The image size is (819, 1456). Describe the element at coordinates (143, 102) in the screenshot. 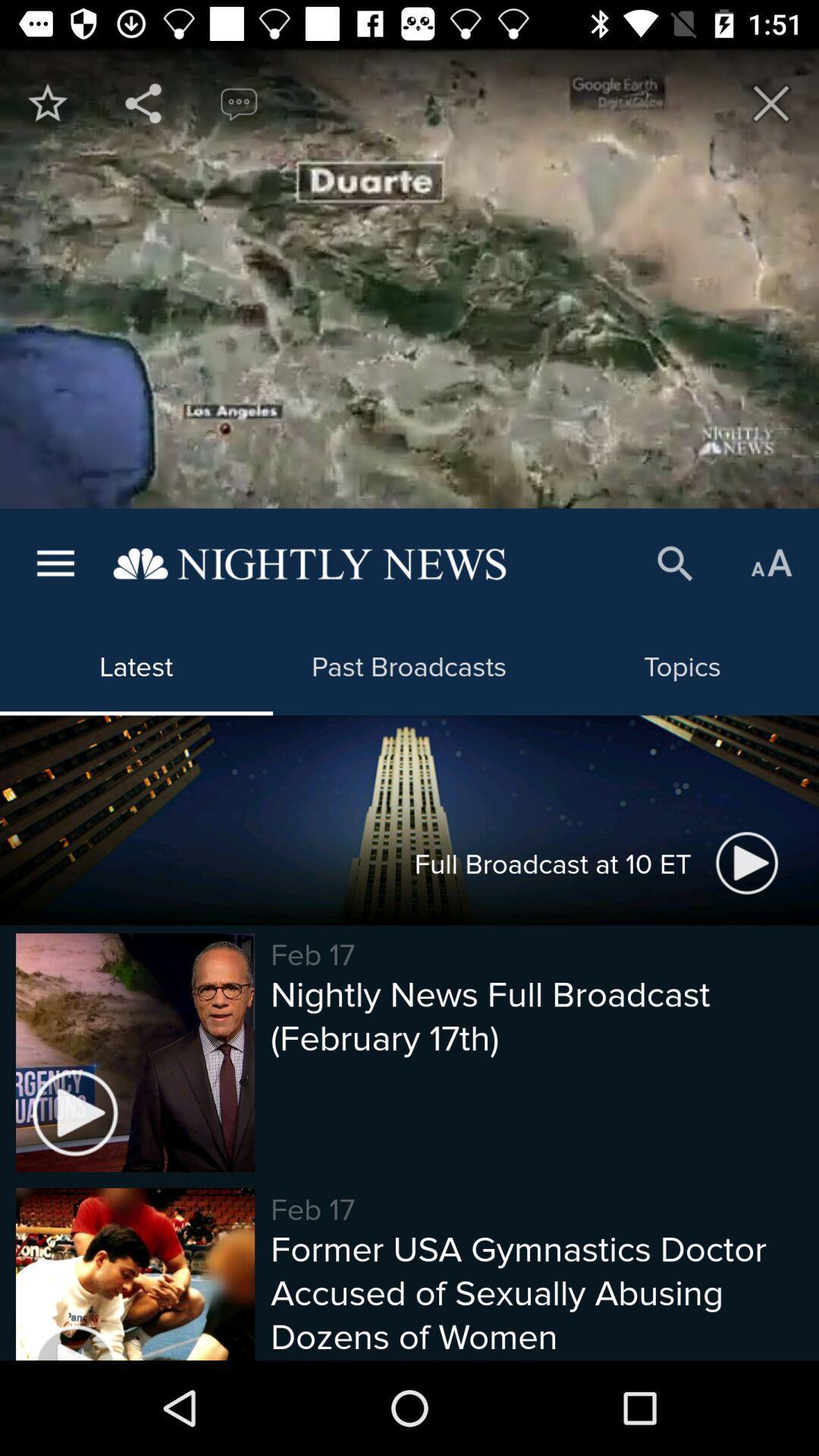

I see `send` at that location.